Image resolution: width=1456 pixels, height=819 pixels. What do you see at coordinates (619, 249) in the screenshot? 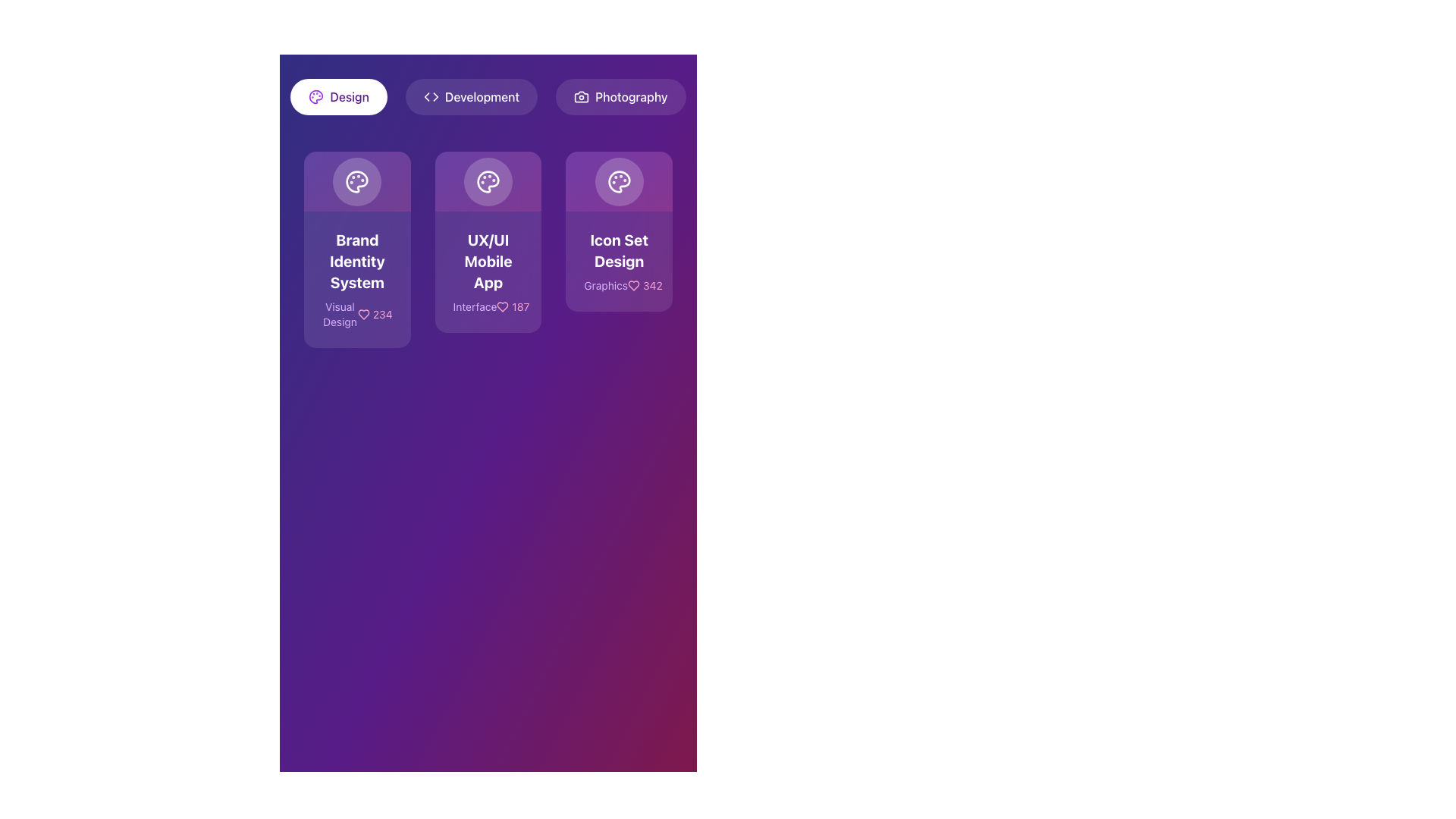
I see `the third card representing 'Icon Set Design' in the top-right position` at bounding box center [619, 249].